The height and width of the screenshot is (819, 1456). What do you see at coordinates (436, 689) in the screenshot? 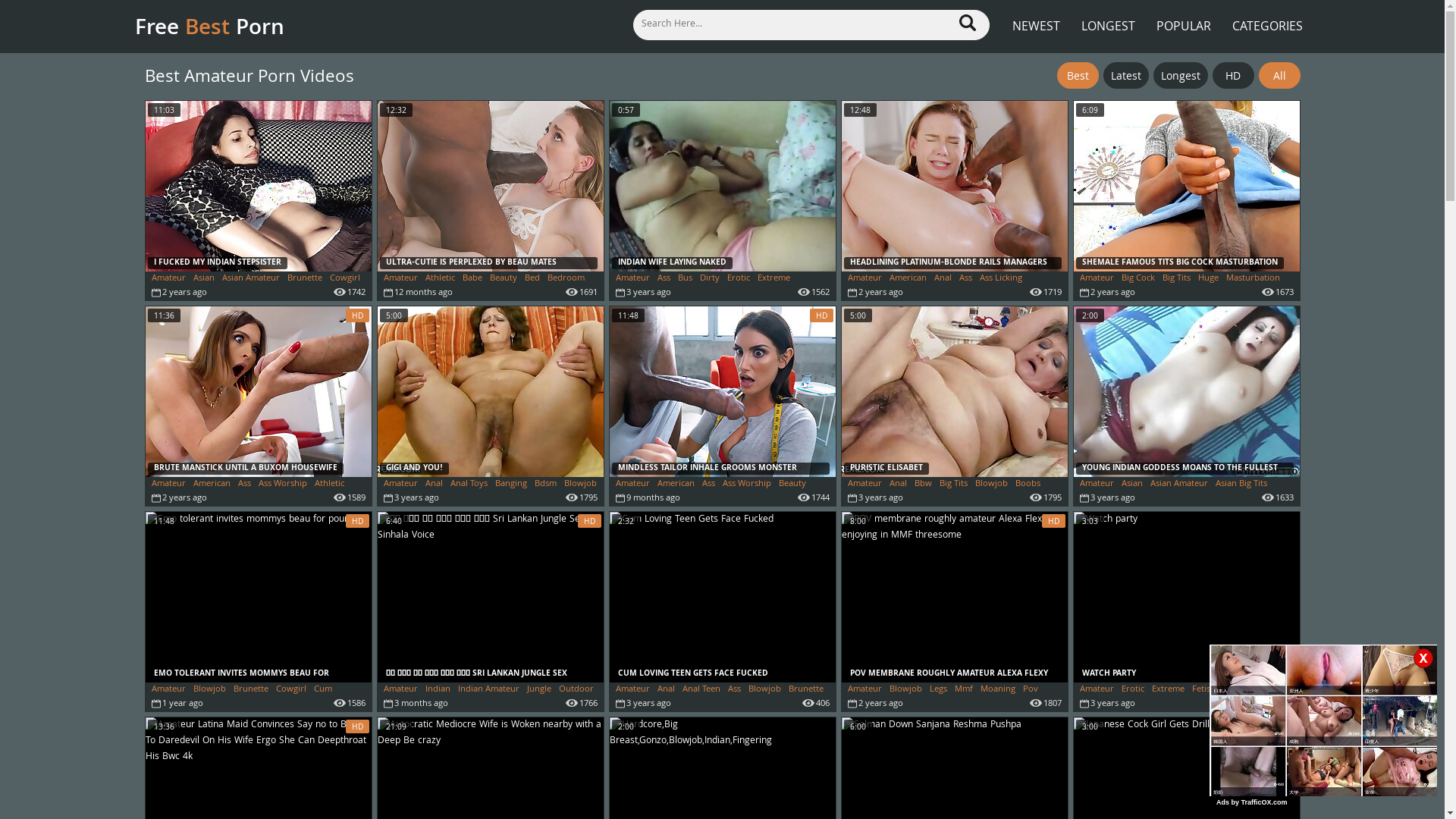
I see `'Indian'` at bounding box center [436, 689].